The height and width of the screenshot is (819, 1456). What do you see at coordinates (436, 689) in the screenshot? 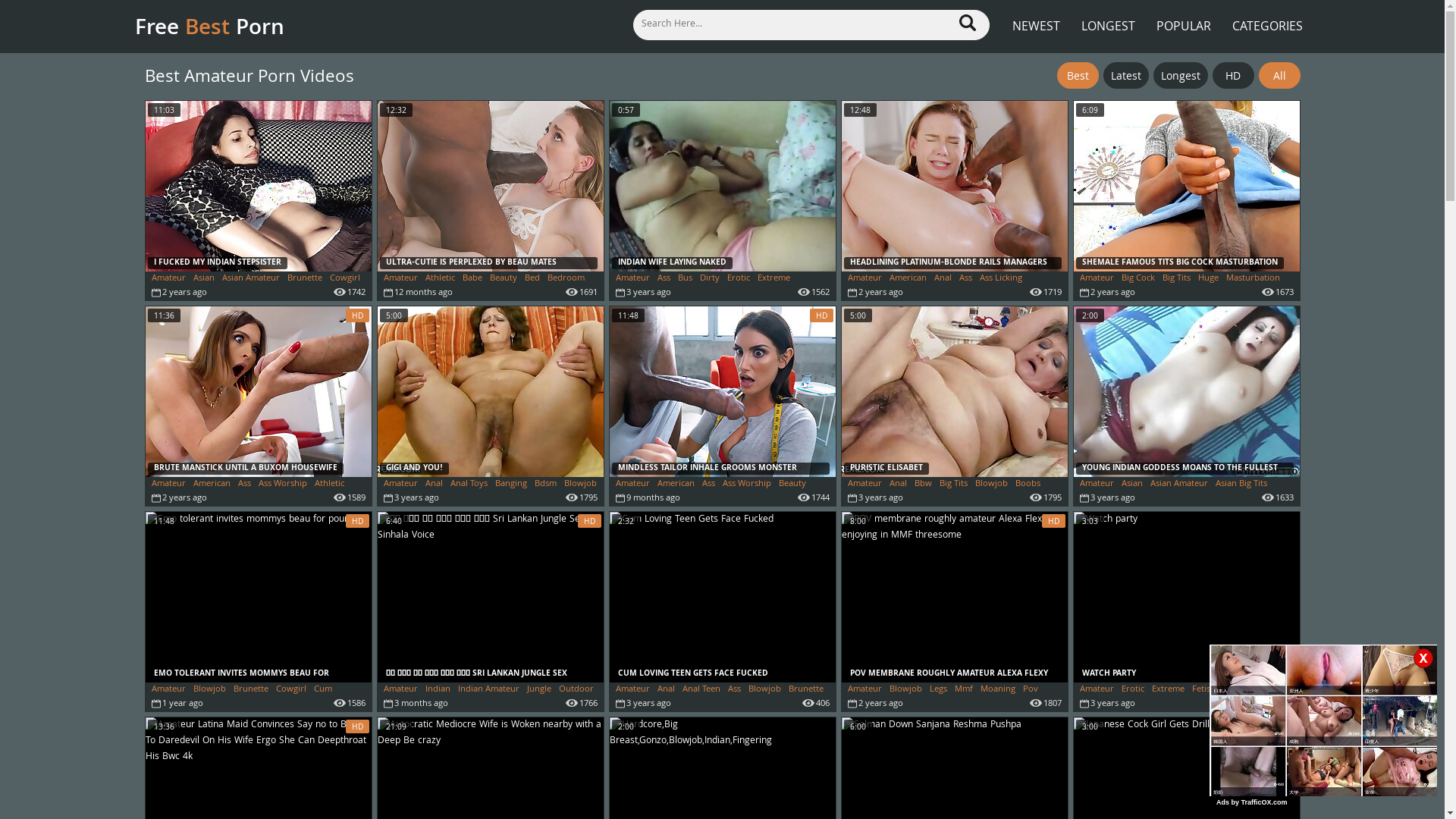
I see `'Indian'` at bounding box center [436, 689].